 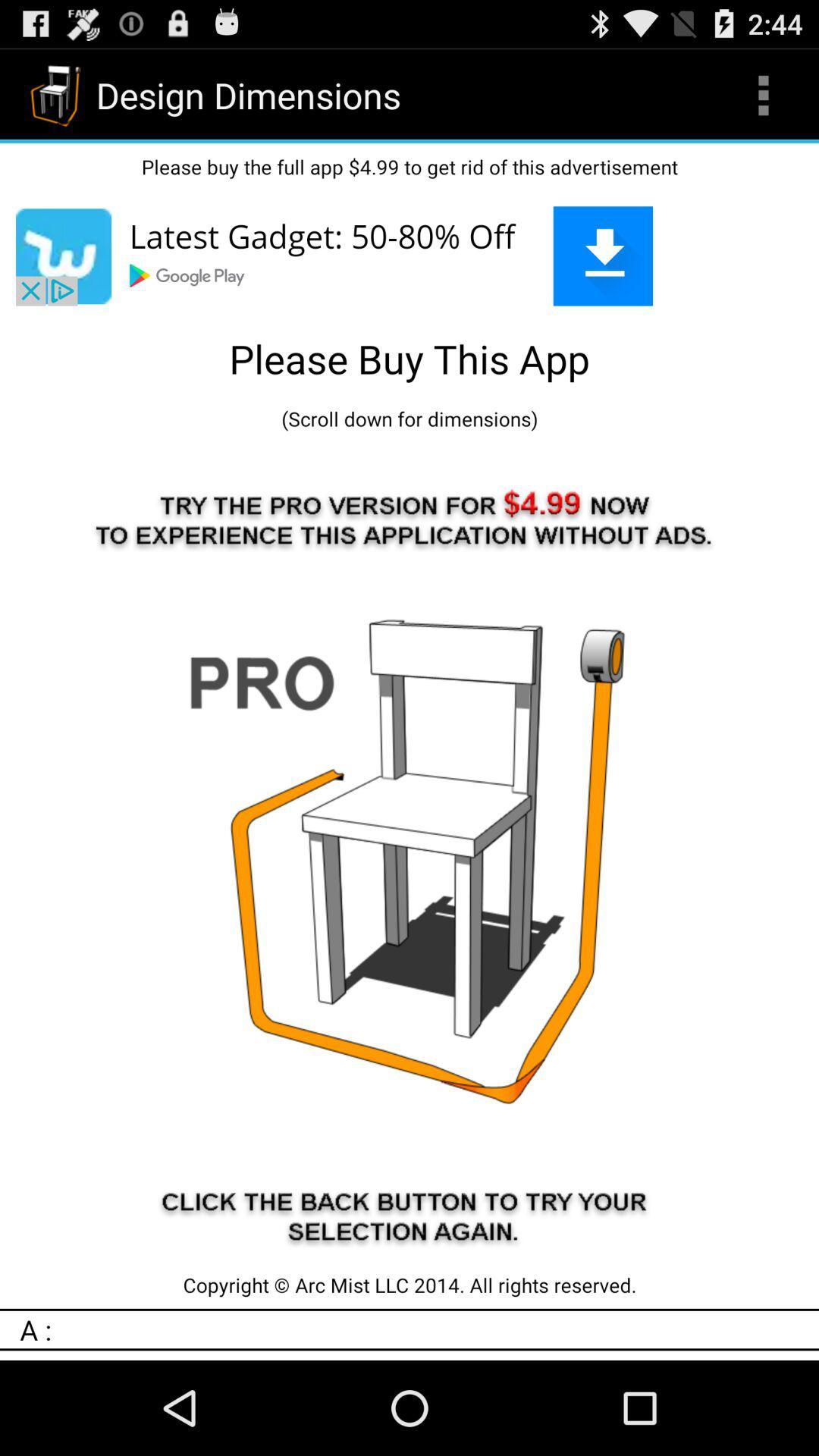 What do you see at coordinates (409, 256) in the screenshot?
I see `icon below please buy the app` at bounding box center [409, 256].